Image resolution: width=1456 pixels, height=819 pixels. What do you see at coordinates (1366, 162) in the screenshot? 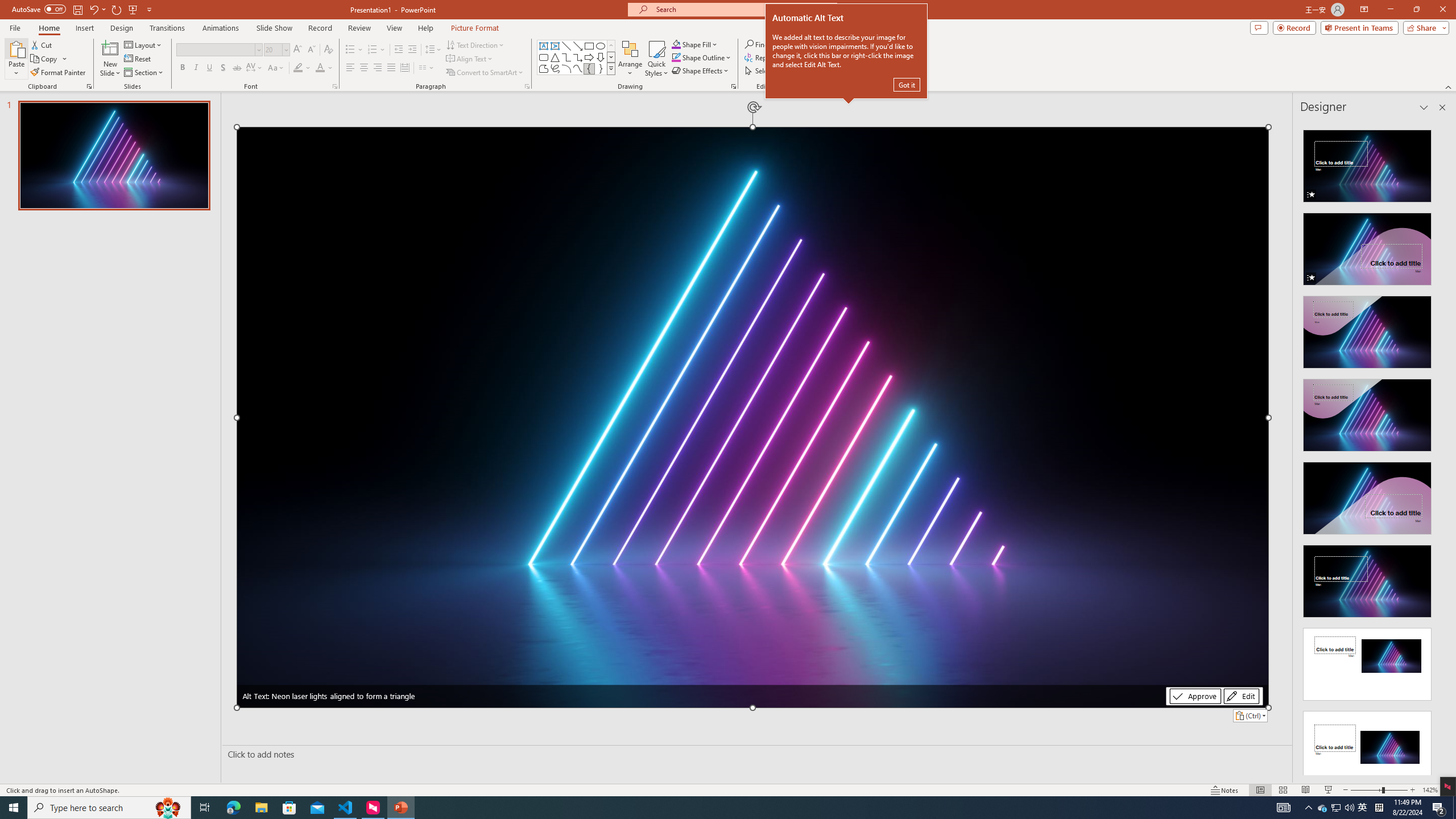
I see `'Recommended Design: Animation'` at bounding box center [1366, 162].